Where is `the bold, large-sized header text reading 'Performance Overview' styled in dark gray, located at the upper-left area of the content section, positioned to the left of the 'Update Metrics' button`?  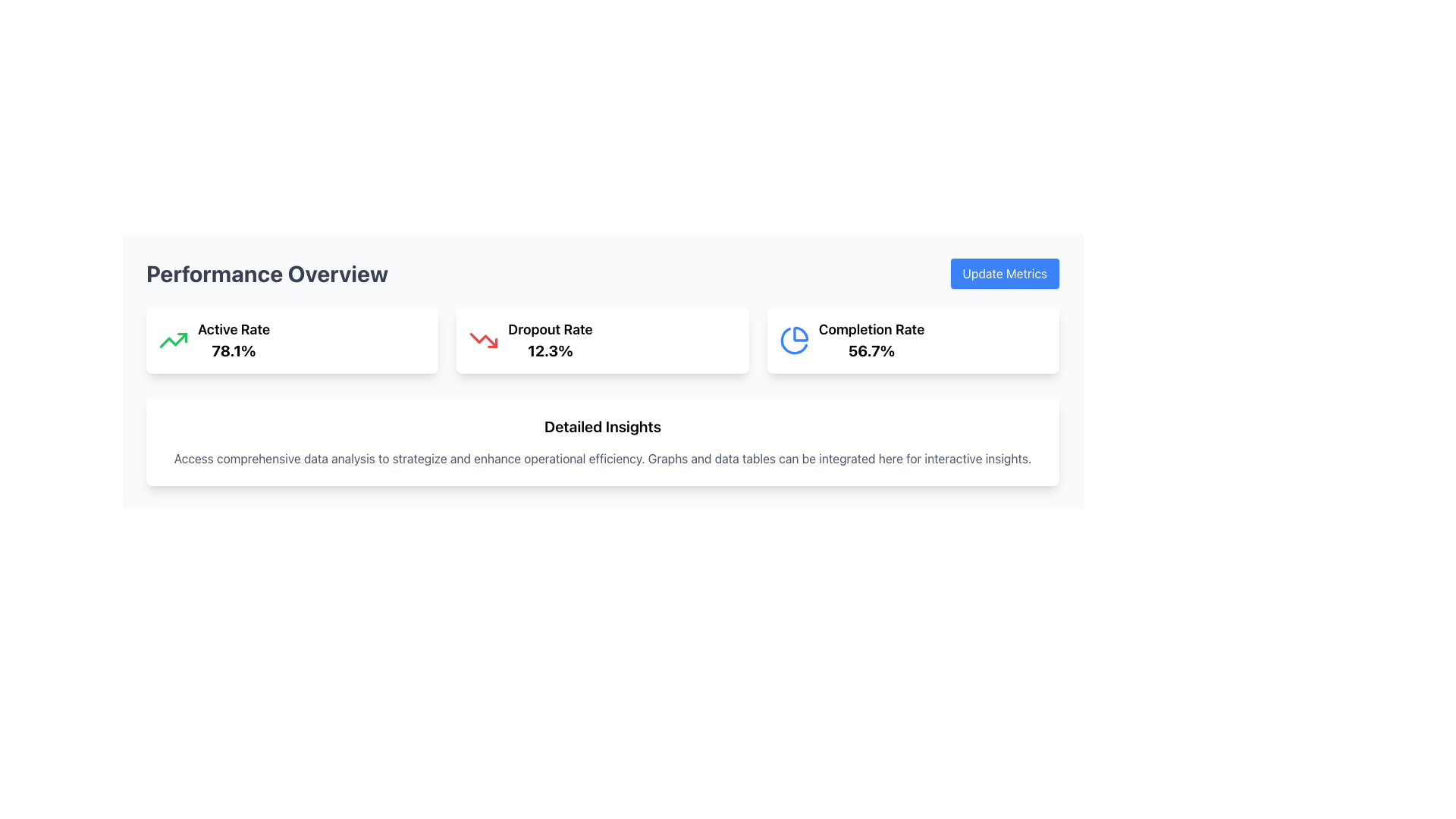 the bold, large-sized header text reading 'Performance Overview' styled in dark gray, located at the upper-left area of the content section, positioned to the left of the 'Update Metrics' button is located at coordinates (267, 274).